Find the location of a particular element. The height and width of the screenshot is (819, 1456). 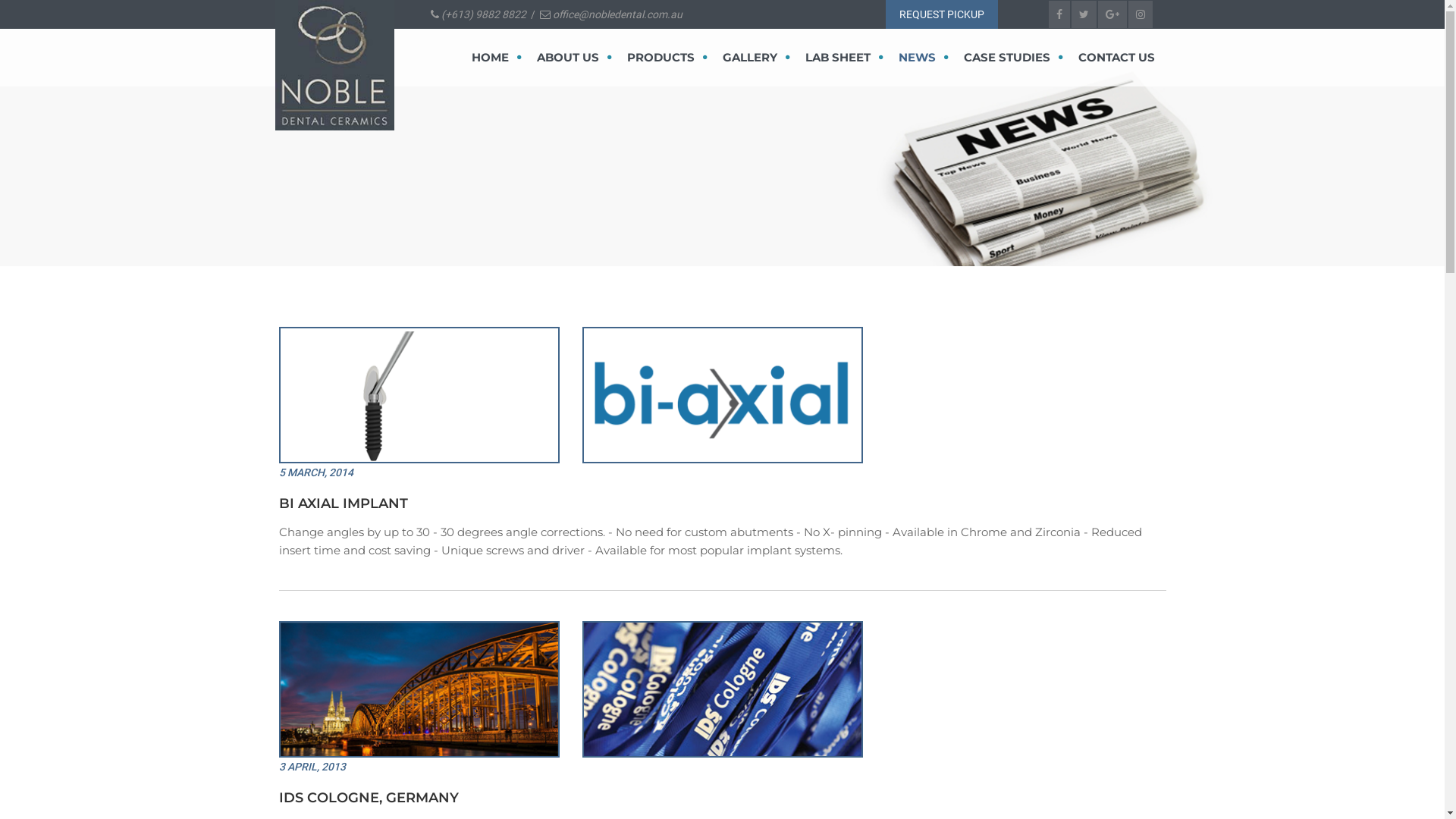

'LAB SHEET' is located at coordinates (796, 57).